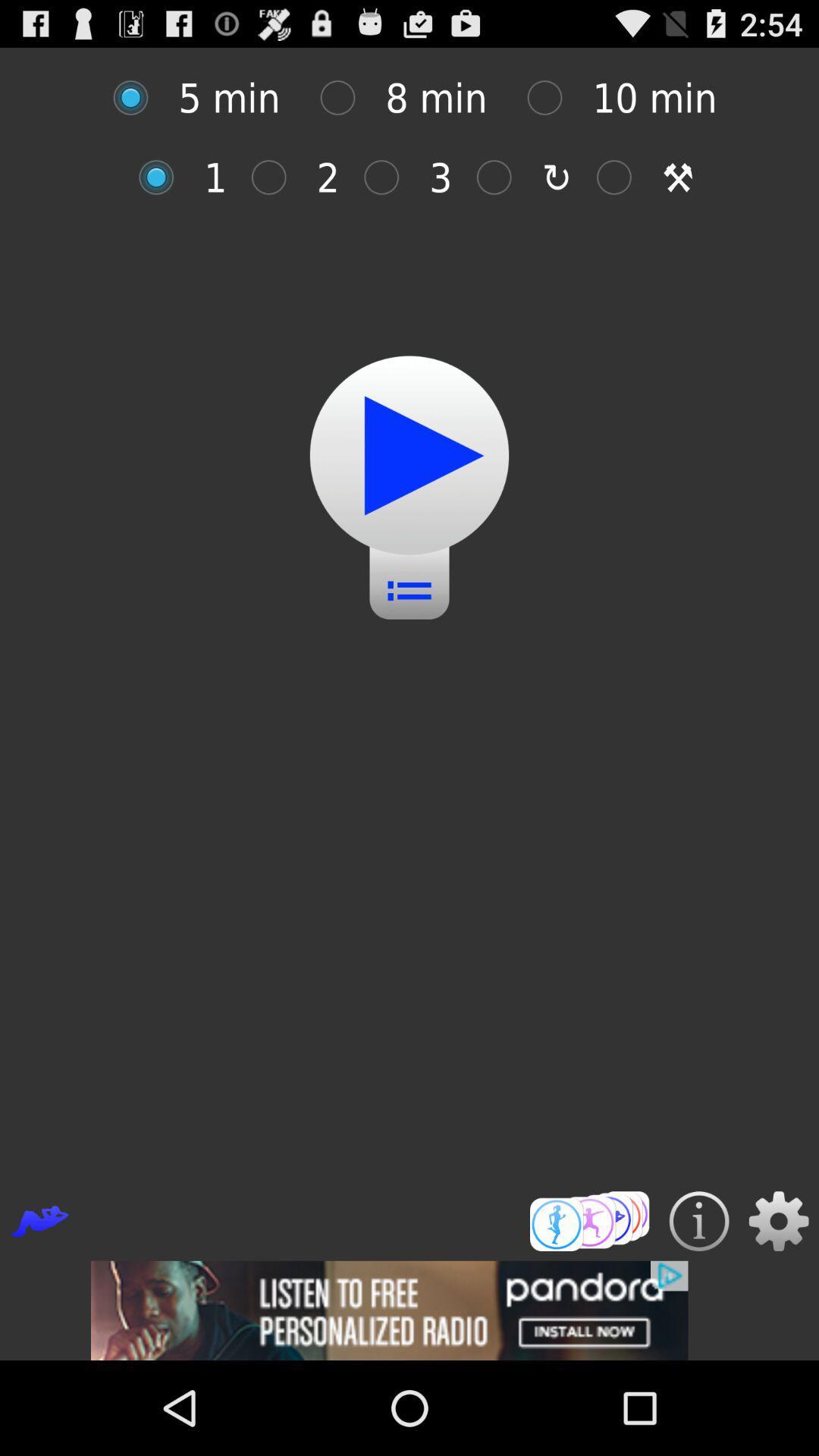 Image resolution: width=819 pixels, height=1456 pixels. I want to click on more information, so click(699, 1221).